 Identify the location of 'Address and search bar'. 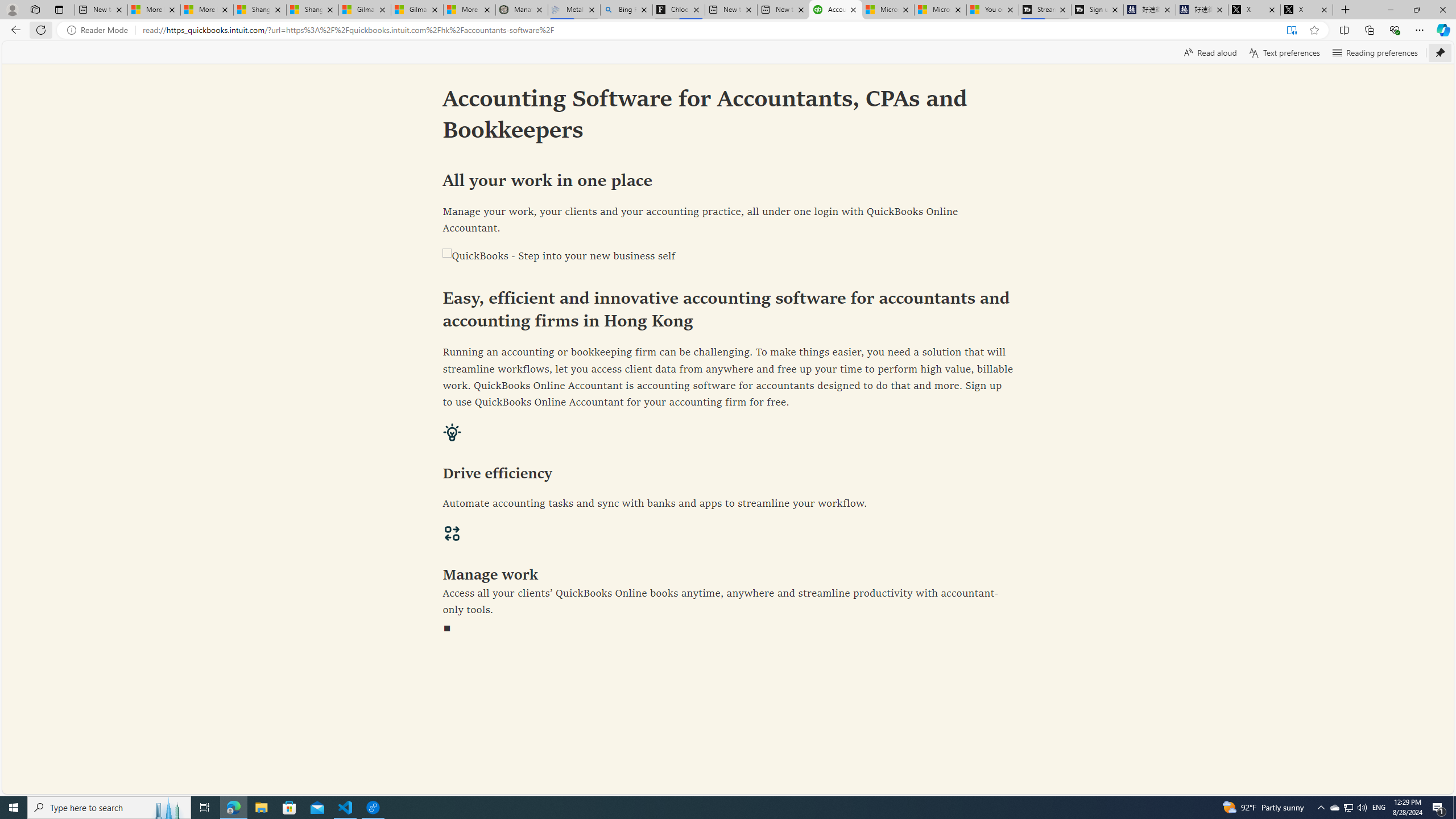
(709, 30).